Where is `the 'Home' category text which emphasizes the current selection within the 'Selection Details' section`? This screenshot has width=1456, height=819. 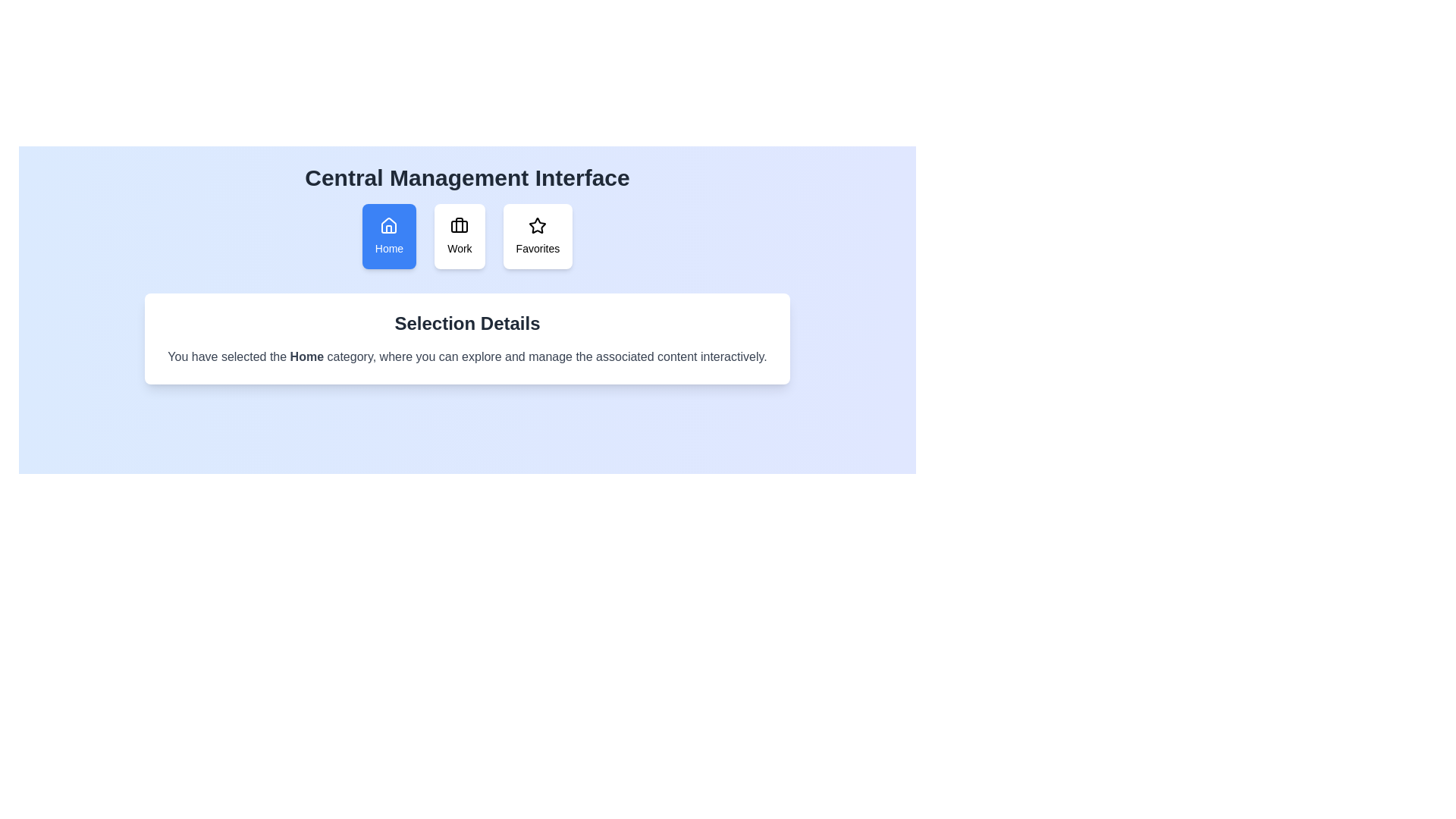
the 'Home' category text which emphasizes the current selection within the 'Selection Details' section is located at coordinates (306, 356).